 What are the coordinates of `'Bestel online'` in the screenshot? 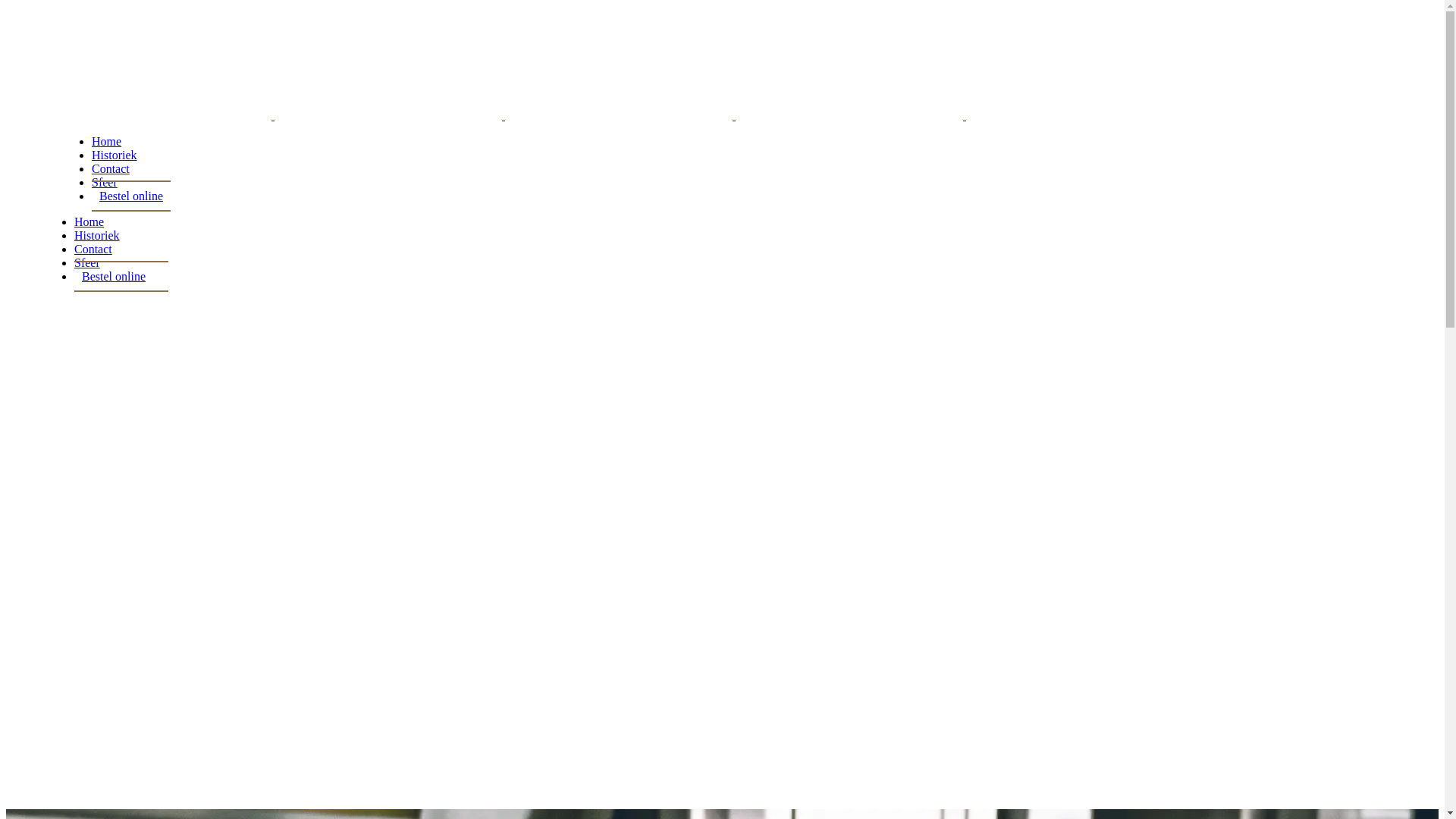 It's located at (112, 276).